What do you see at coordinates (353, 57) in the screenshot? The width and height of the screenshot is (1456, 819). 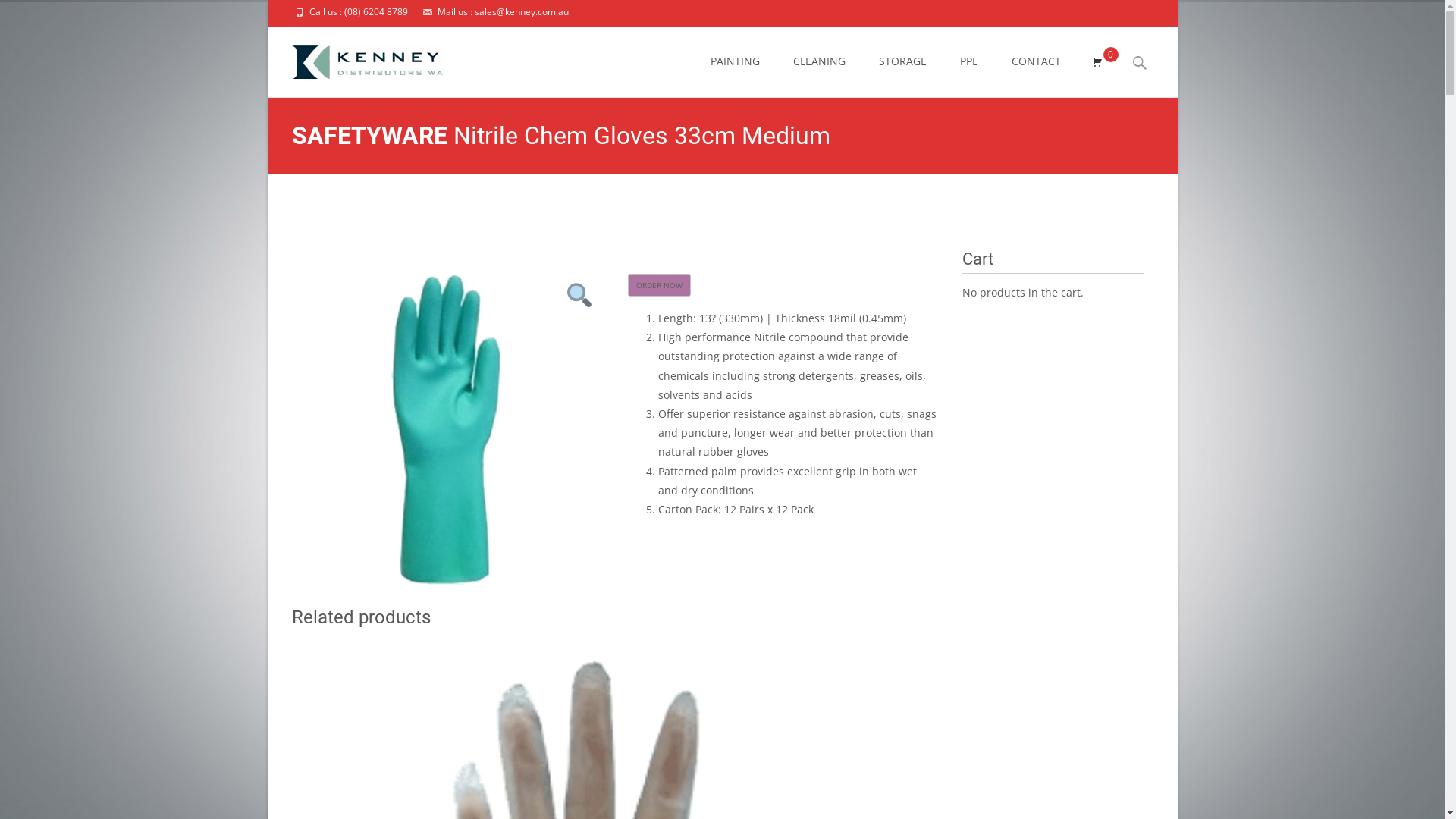 I see `'Kenney Distributors WA'` at bounding box center [353, 57].